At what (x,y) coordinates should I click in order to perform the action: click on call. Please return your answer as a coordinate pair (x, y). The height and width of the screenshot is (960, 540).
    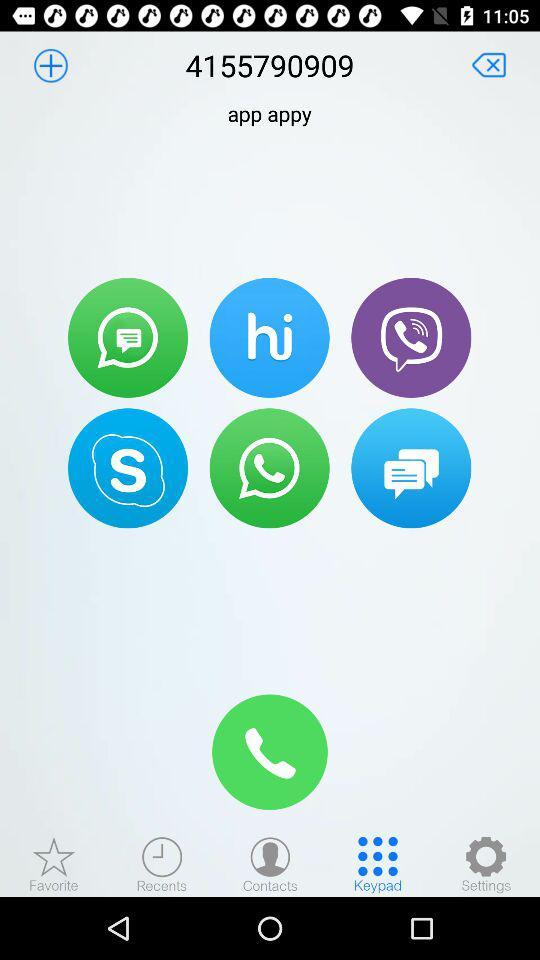
    Looking at the image, I should click on (410, 337).